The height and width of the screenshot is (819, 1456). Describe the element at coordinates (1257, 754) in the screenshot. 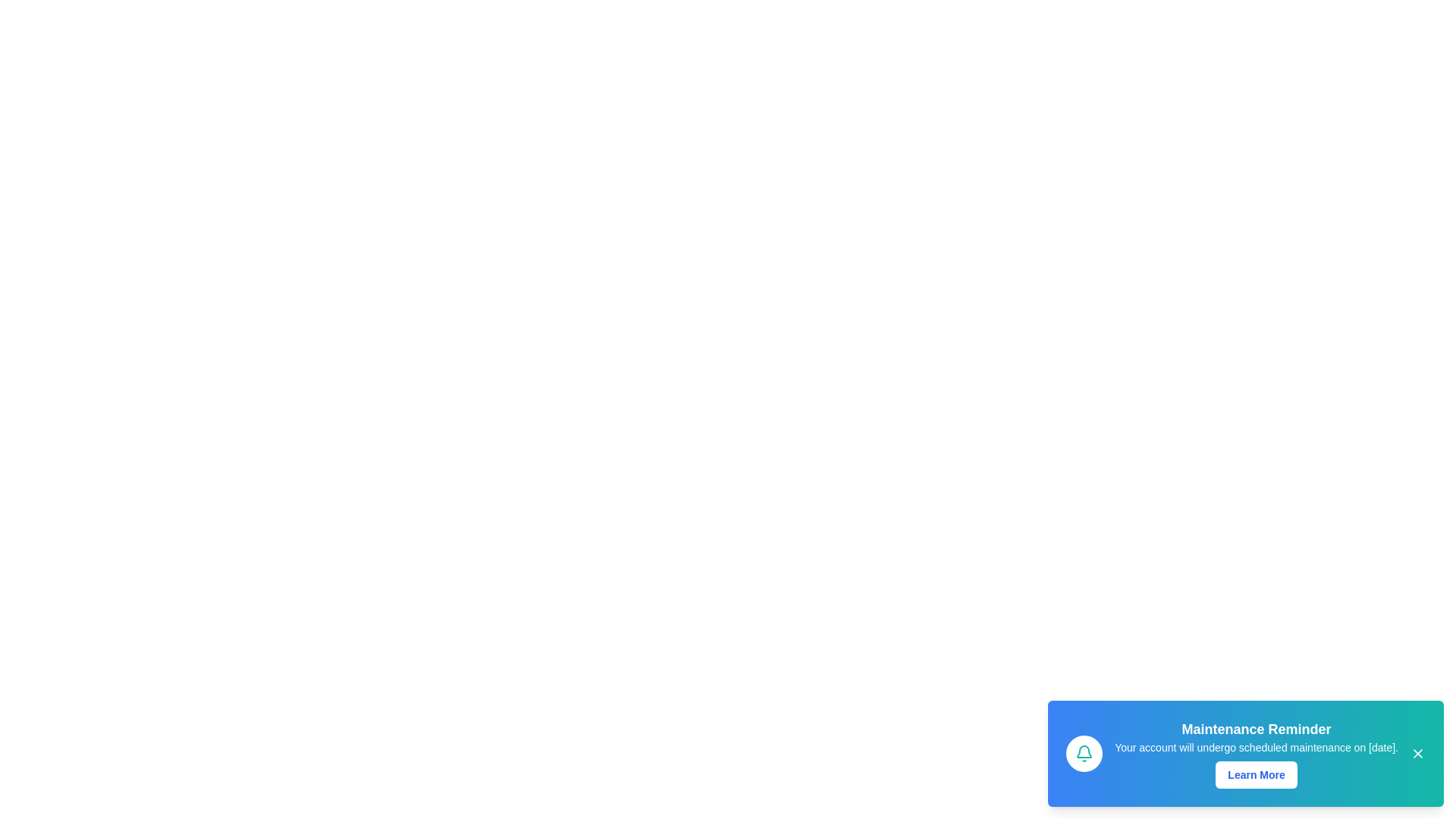

I see `the 'Learn More' button in the bottom-right notification section that reminds users about scheduled maintenance of their account` at that location.